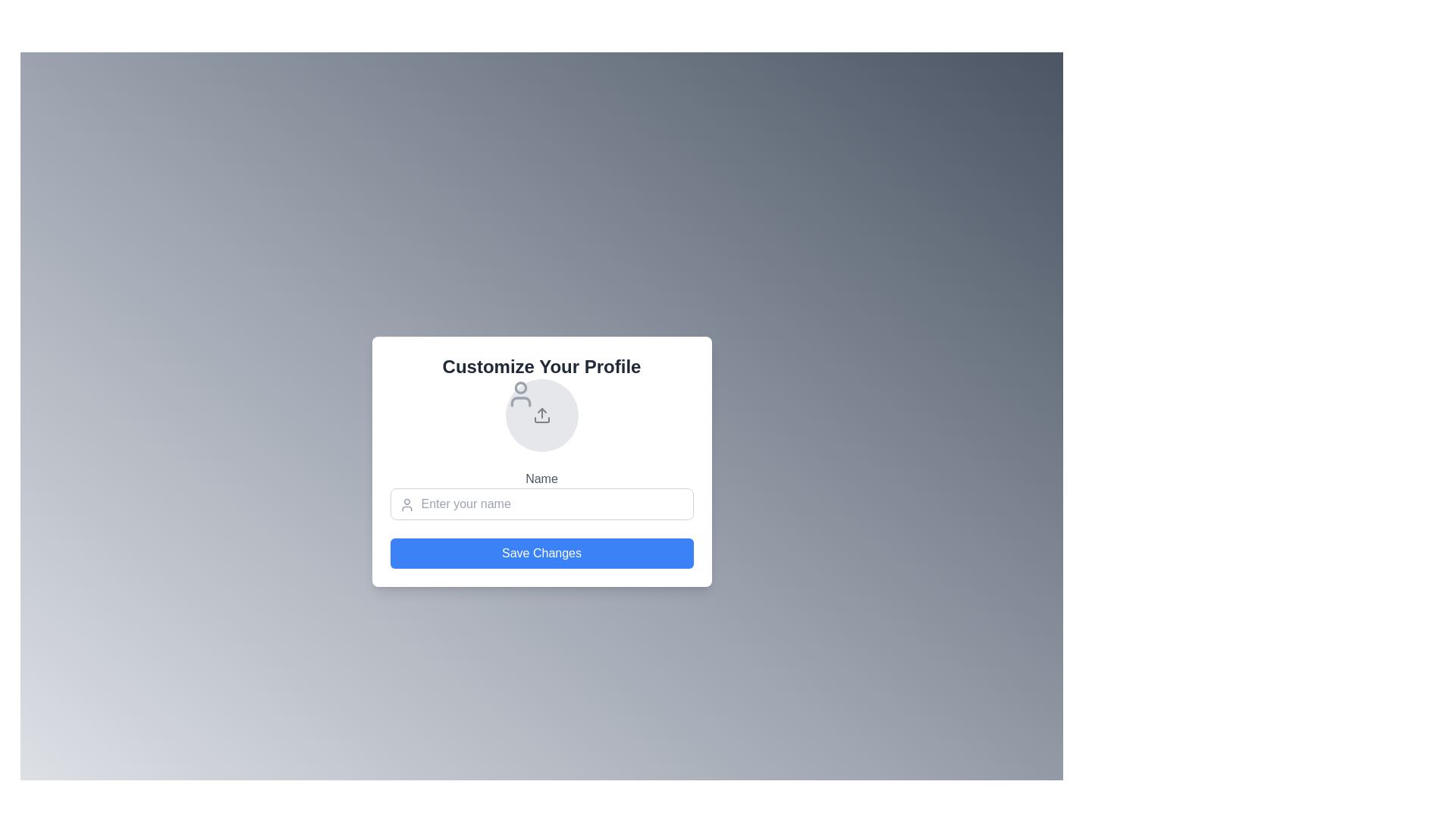 This screenshot has width=1456, height=819. I want to click on the SVG icon resembling a user silhouette, located to the left of the 'Enter your name' text input field, so click(406, 505).